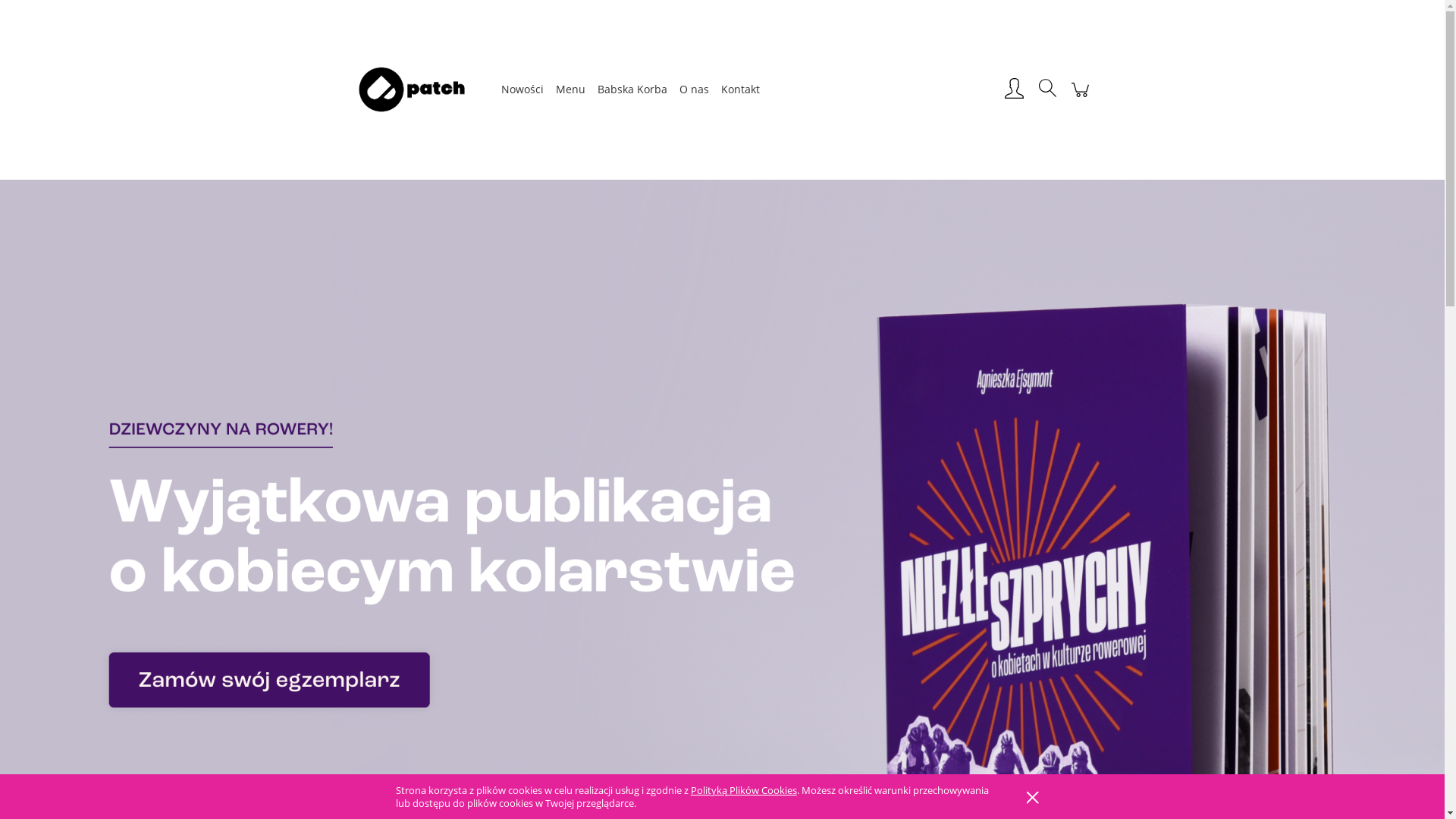 This screenshot has height=819, width=1456. Describe the element at coordinates (569, 89) in the screenshot. I see `'Menu'` at that location.